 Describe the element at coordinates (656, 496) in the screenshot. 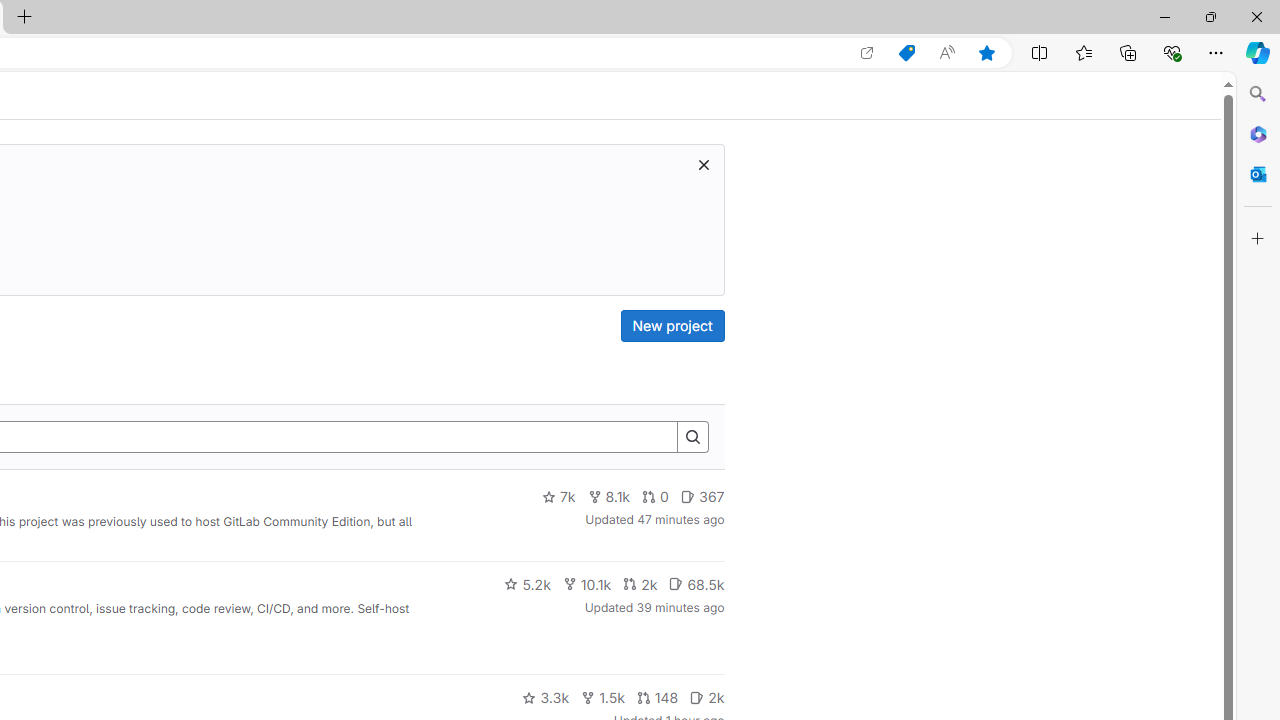

I see `'0'` at that location.